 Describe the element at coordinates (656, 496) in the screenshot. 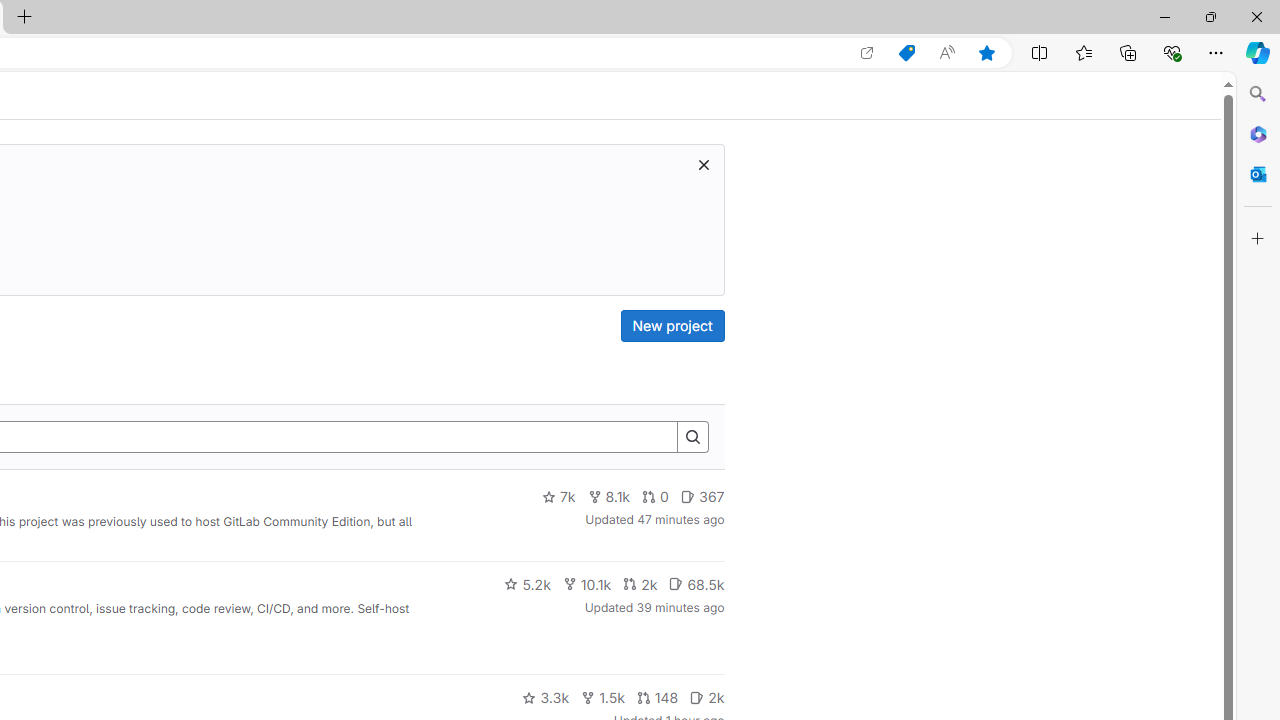

I see `'0'` at that location.